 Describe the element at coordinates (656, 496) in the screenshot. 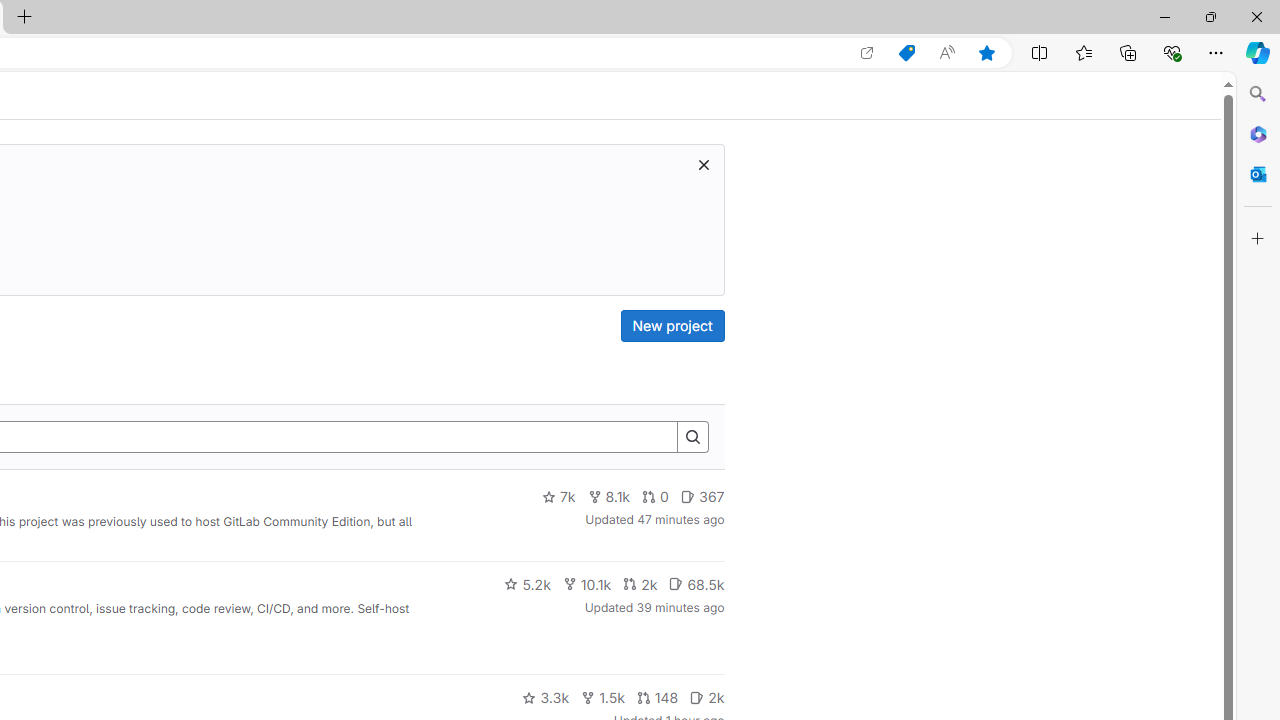

I see `'0'` at that location.